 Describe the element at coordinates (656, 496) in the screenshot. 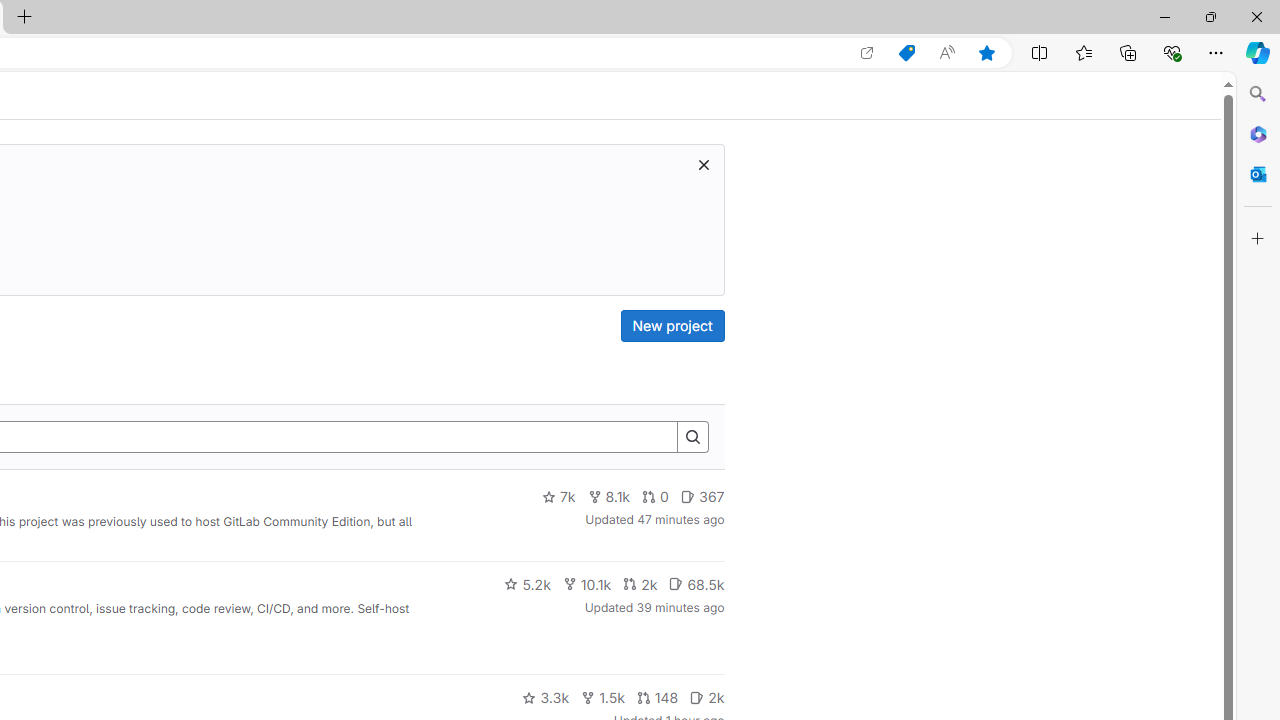

I see `'0'` at that location.